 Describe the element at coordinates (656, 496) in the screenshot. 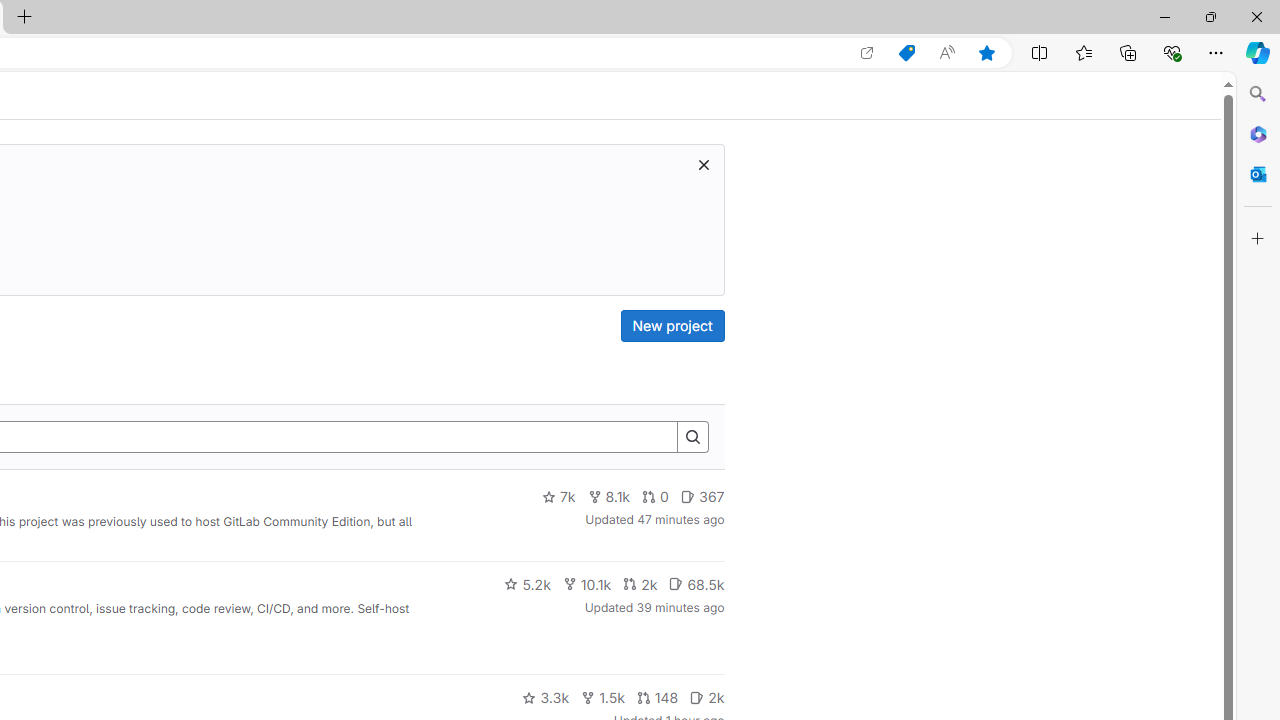

I see `'0'` at that location.